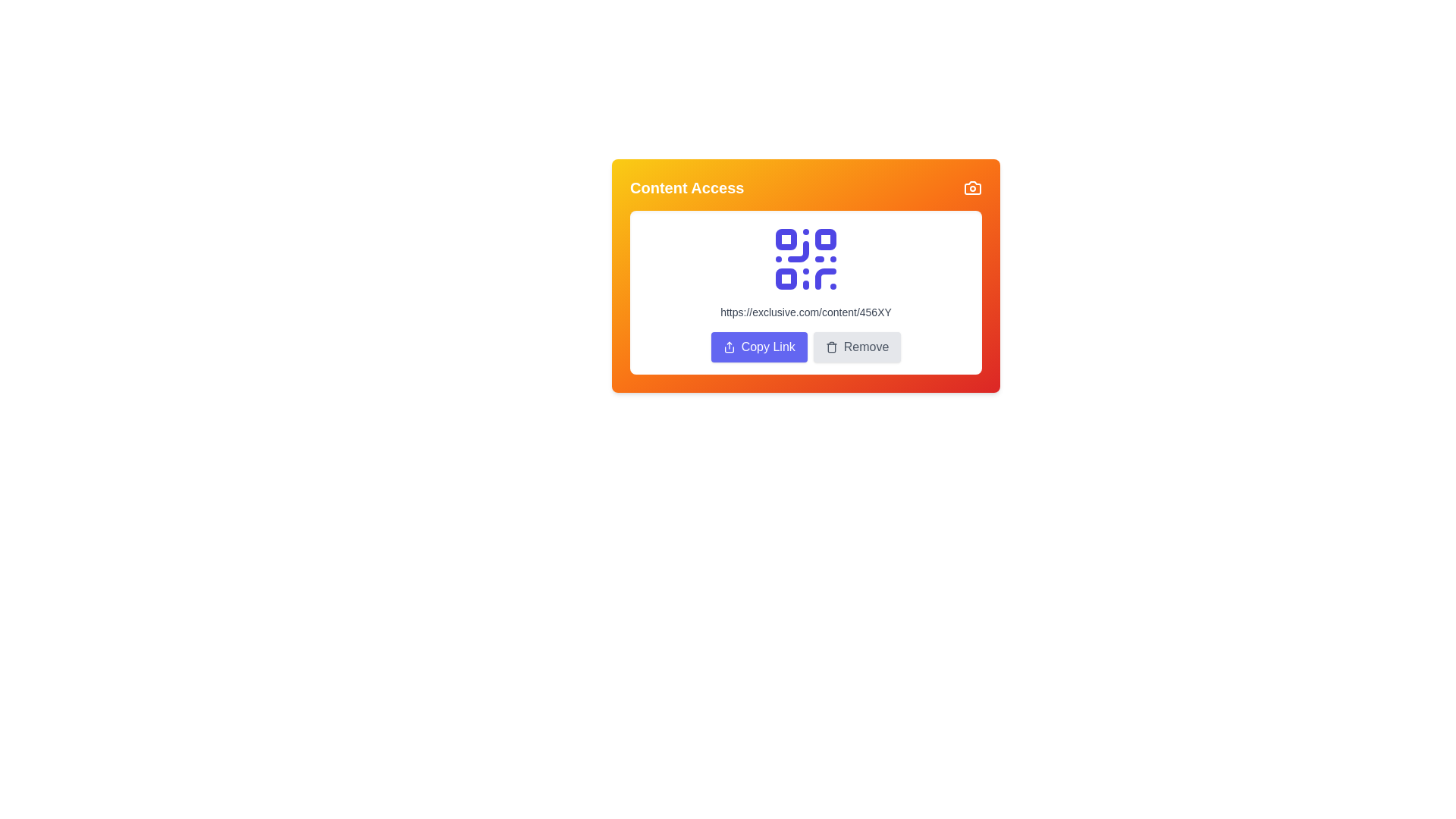 The image size is (1456, 819). I want to click on the URL text 'https://exclusive.com/content/456XY' which is styled in gray font and located below the QR code within a card that has a gradient orange border, for copying, so click(805, 312).